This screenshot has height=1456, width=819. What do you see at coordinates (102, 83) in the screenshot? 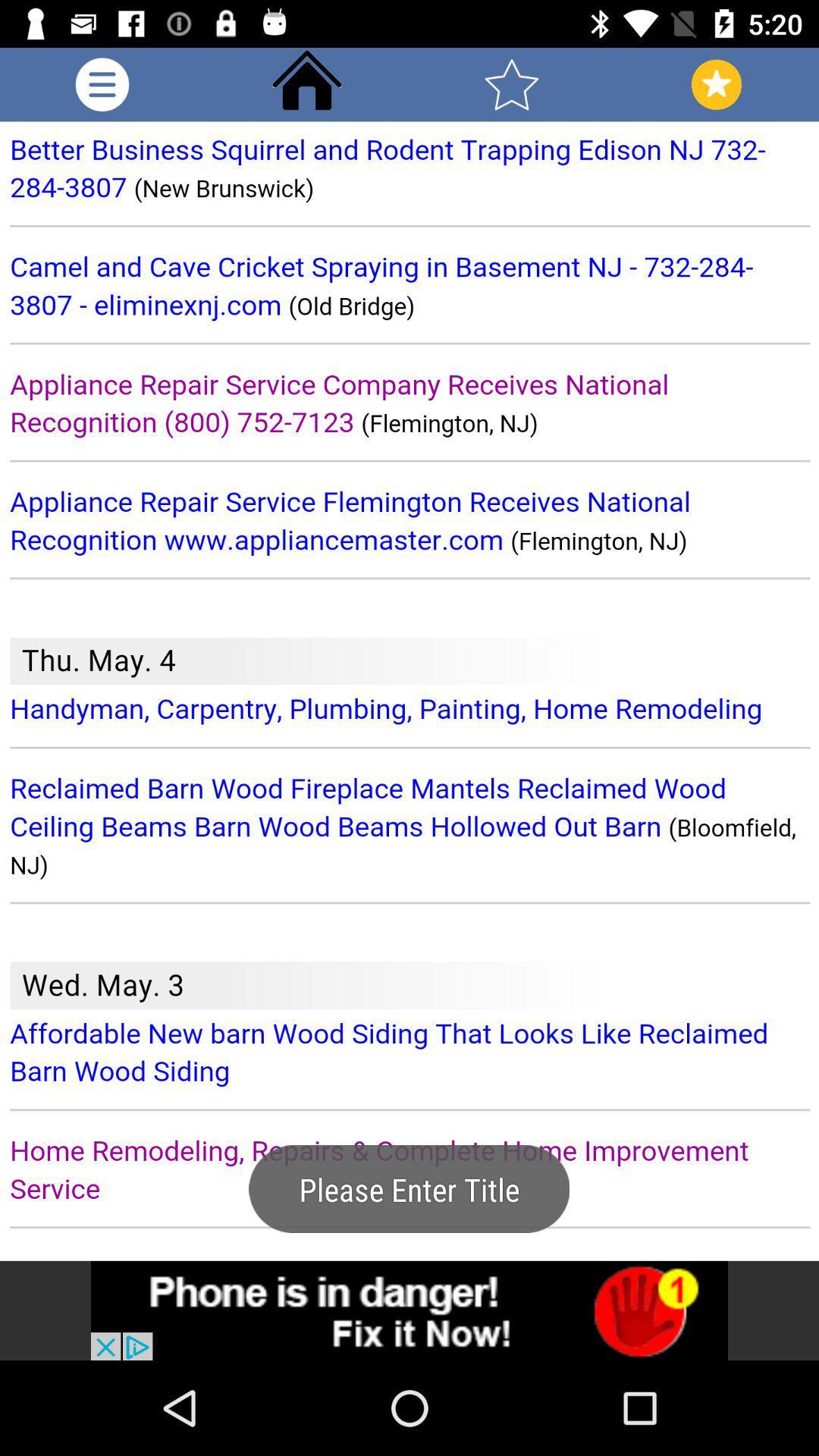
I see `open menu` at bounding box center [102, 83].